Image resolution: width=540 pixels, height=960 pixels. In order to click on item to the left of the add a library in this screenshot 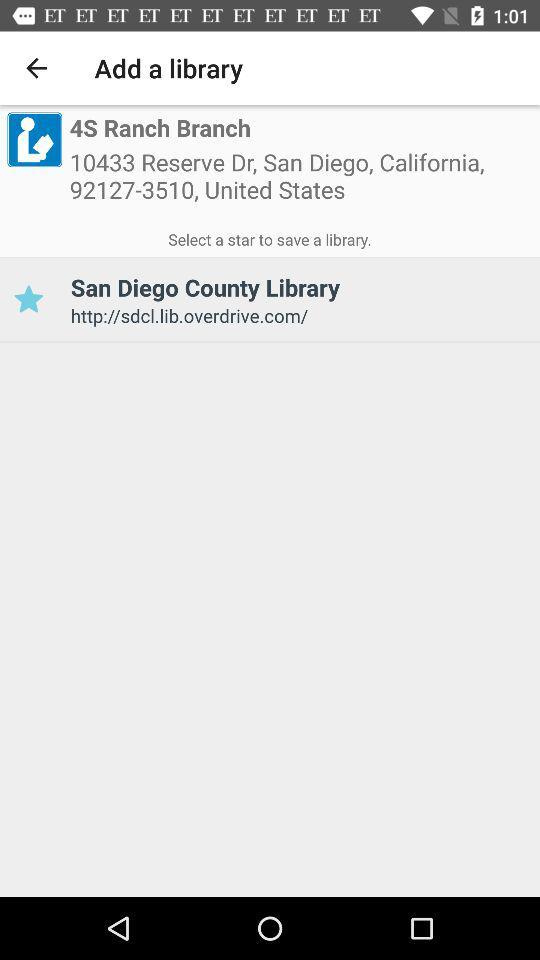, I will do `click(36, 68)`.